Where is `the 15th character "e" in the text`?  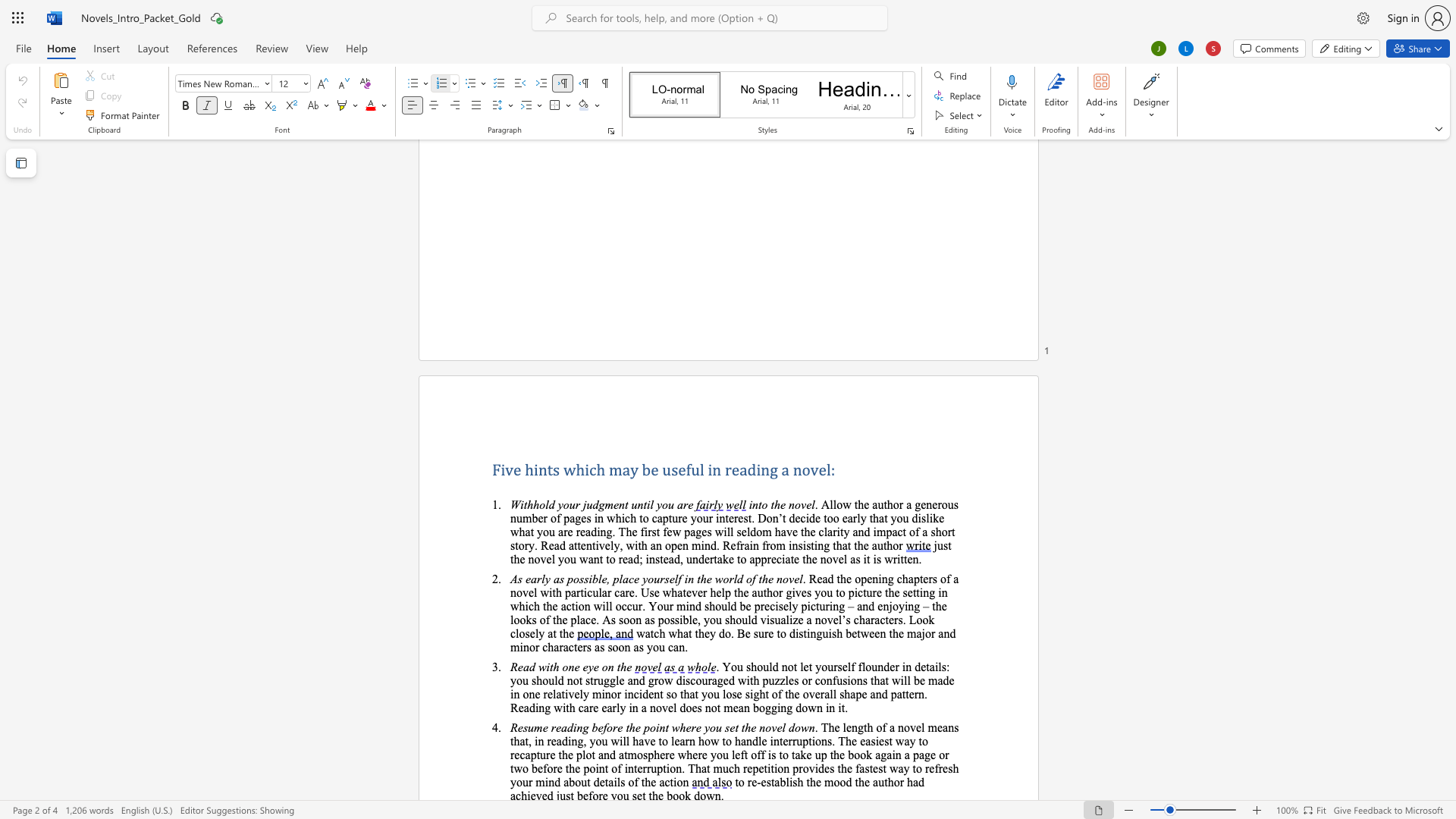
the 15th character "e" in the text is located at coordinates (910, 591).